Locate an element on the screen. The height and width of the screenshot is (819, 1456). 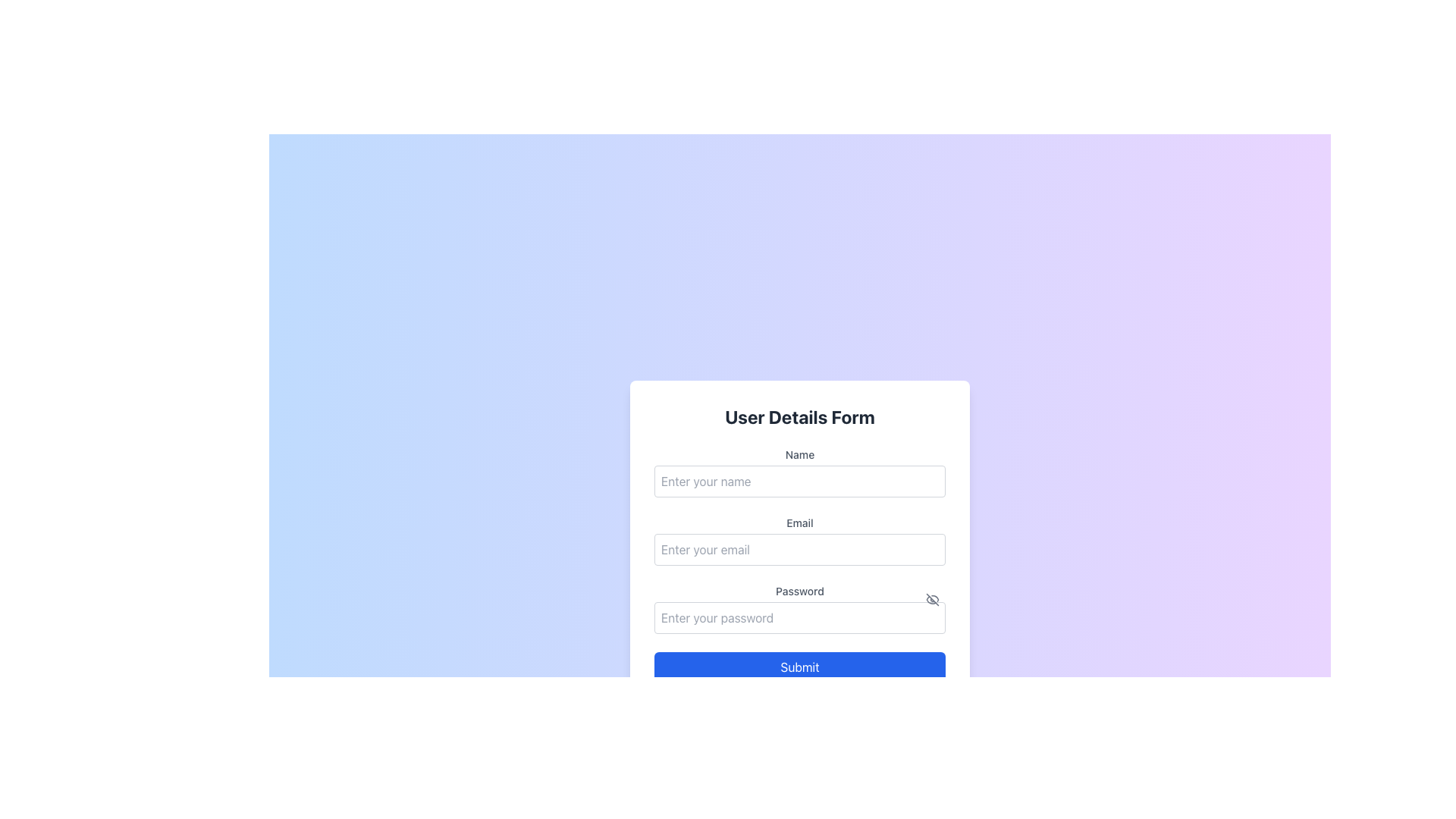
the Password Input Field with Visibility Toggle Button located in the 'User Details Form' is located at coordinates (799, 607).